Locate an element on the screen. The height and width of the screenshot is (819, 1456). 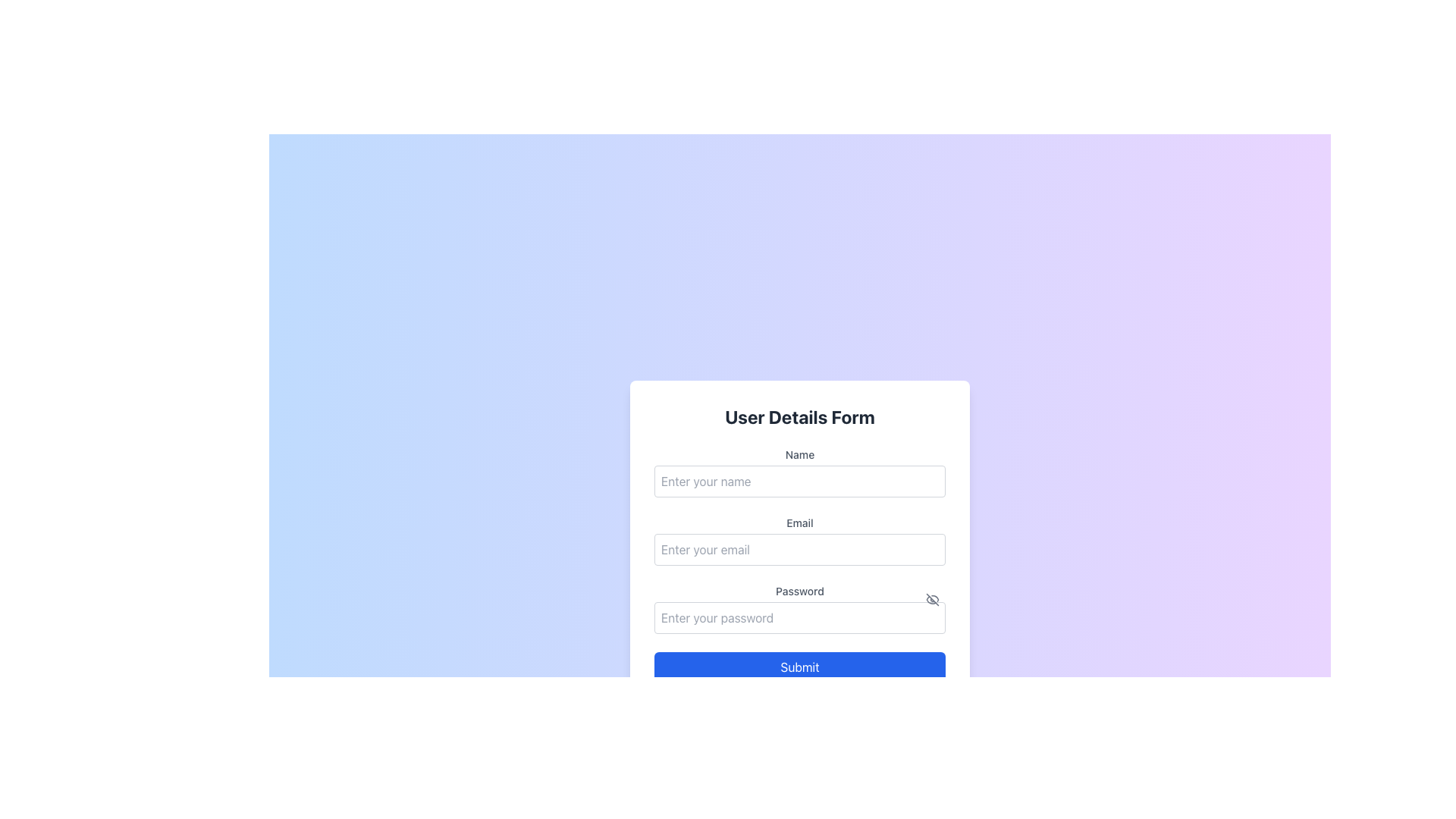
the Password Input Field with Visibility Toggle Button located in the 'User Details Form' is located at coordinates (799, 607).